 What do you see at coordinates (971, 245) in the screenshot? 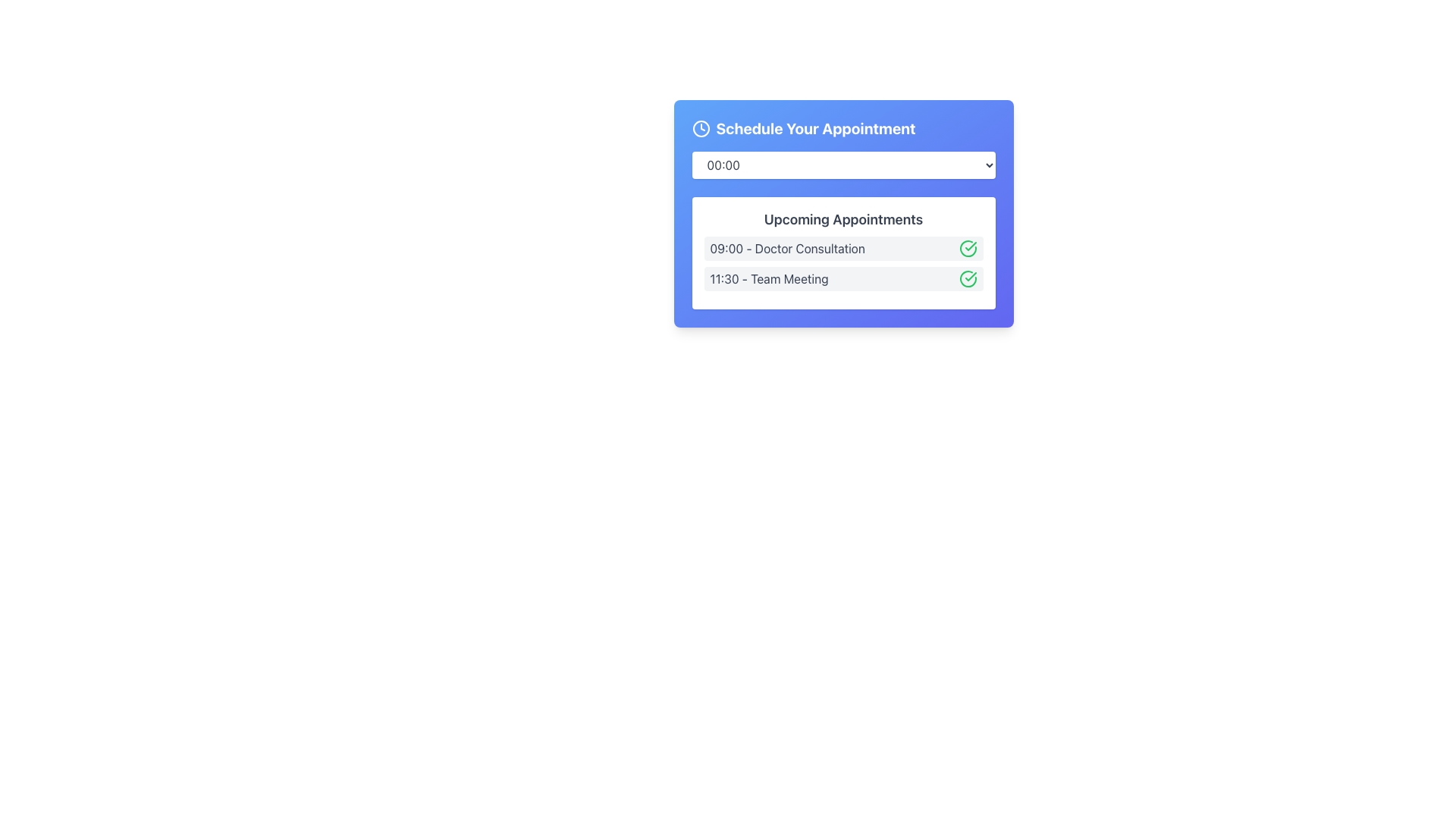
I see `the green checkmark icon associated with the '11:30 - Team Meeting' entry in the appointments section` at bounding box center [971, 245].